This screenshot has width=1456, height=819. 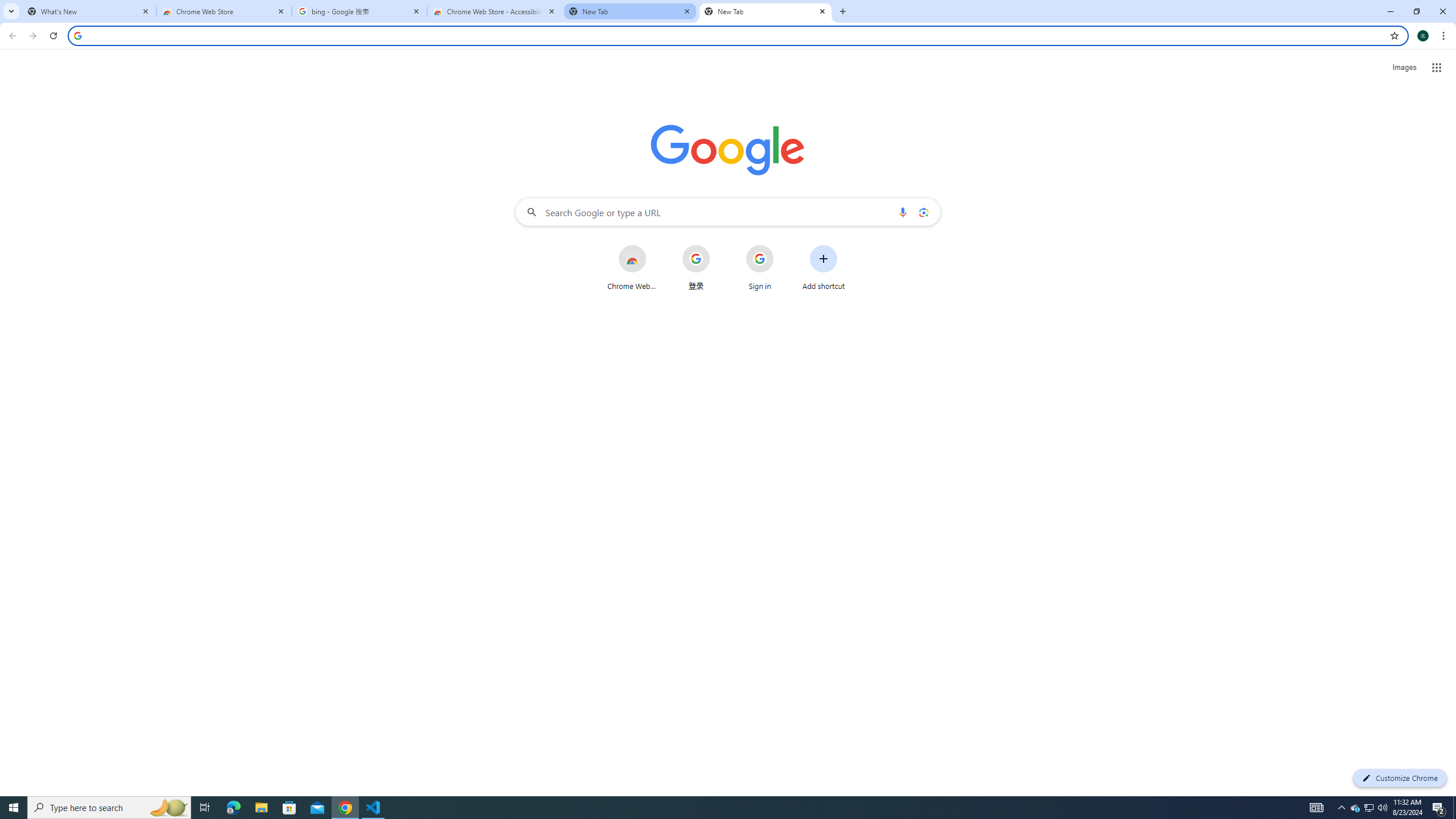 What do you see at coordinates (494, 11) in the screenshot?
I see `'Chrome Web Store - Accessibility'` at bounding box center [494, 11].